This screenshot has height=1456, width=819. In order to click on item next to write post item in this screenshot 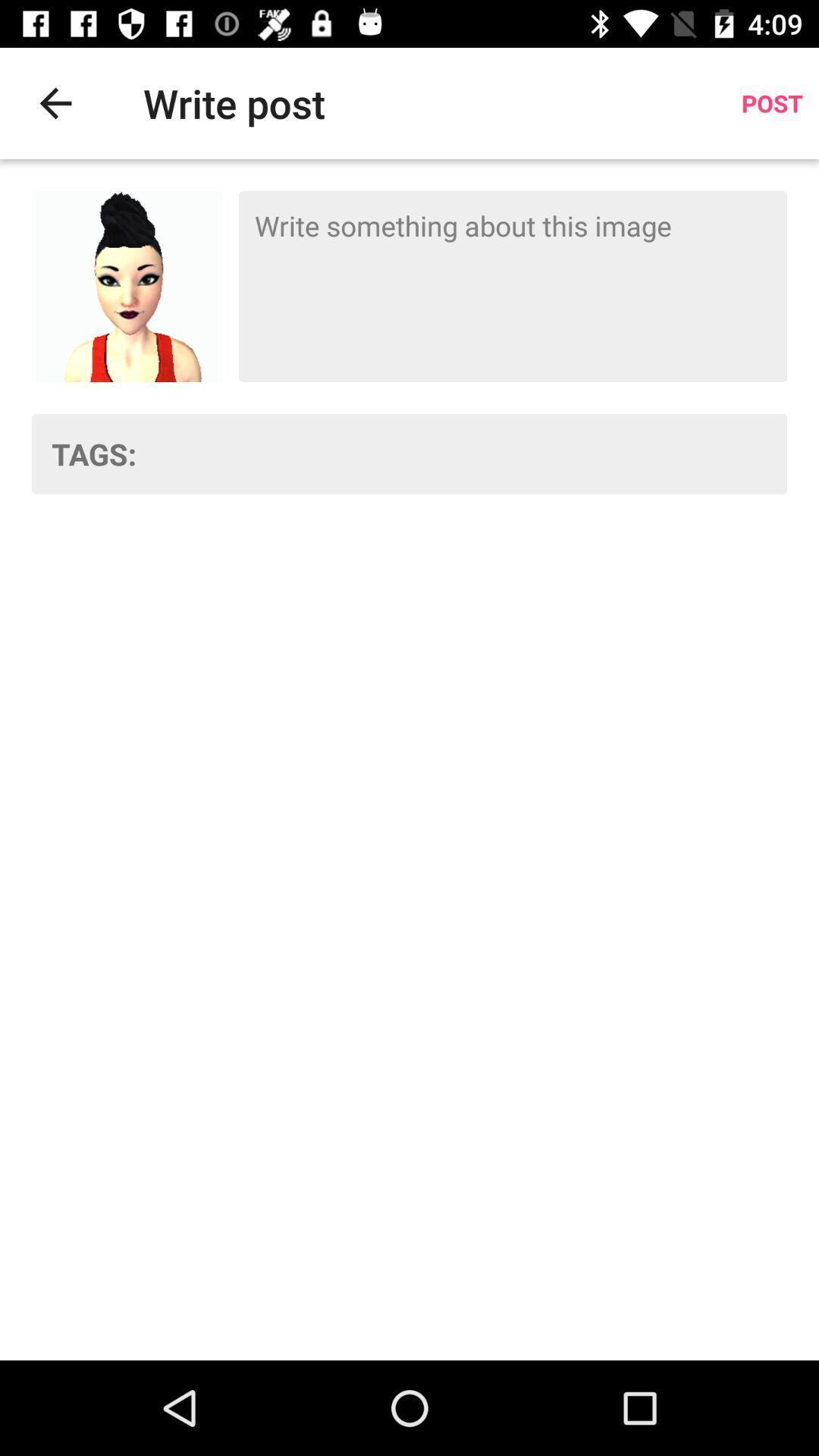, I will do `click(55, 102)`.